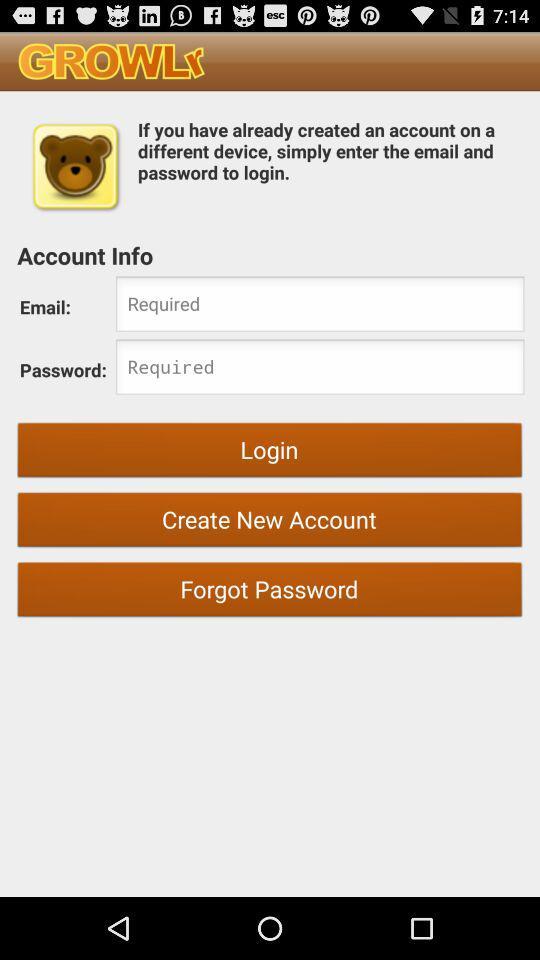  What do you see at coordinates (270, 521) in the screenshot?
I see `the create new account item` at bounding box center [270, 521].